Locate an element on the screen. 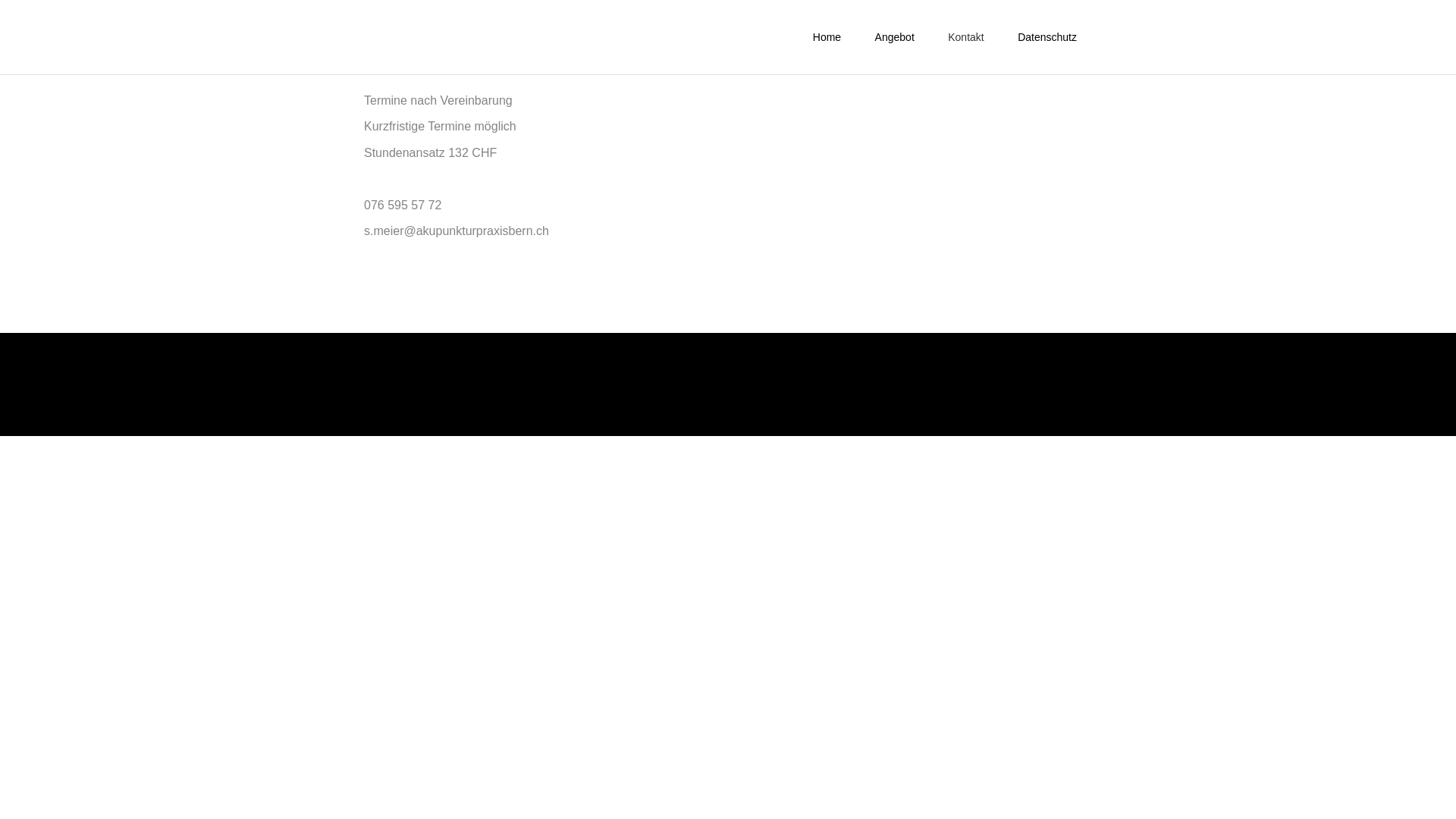 The width and height of the screenshot is (1456, 819). 'Kontakt' is located at coordinates (965, 36).